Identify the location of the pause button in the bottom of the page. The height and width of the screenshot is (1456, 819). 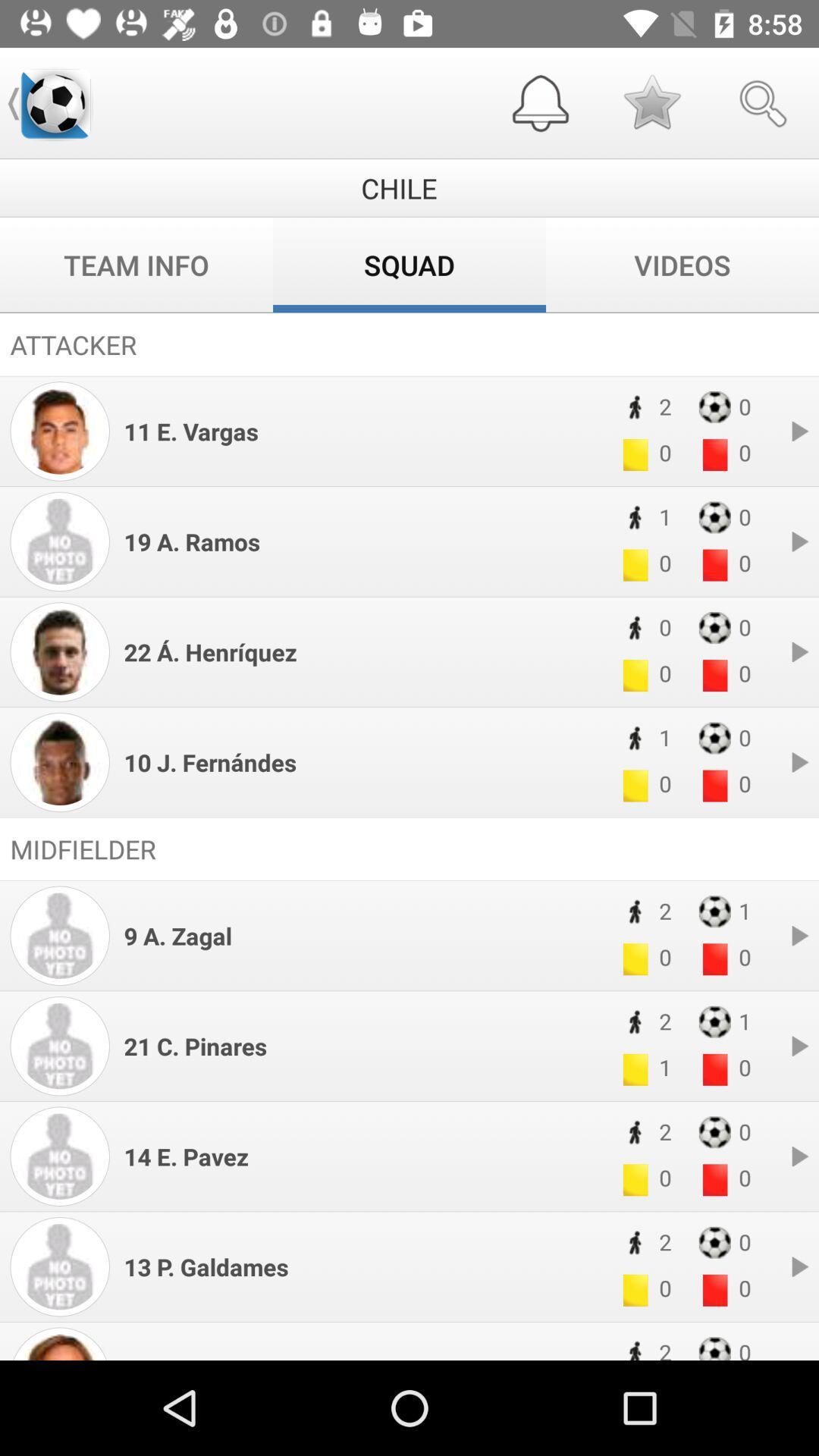
(798, 1266).